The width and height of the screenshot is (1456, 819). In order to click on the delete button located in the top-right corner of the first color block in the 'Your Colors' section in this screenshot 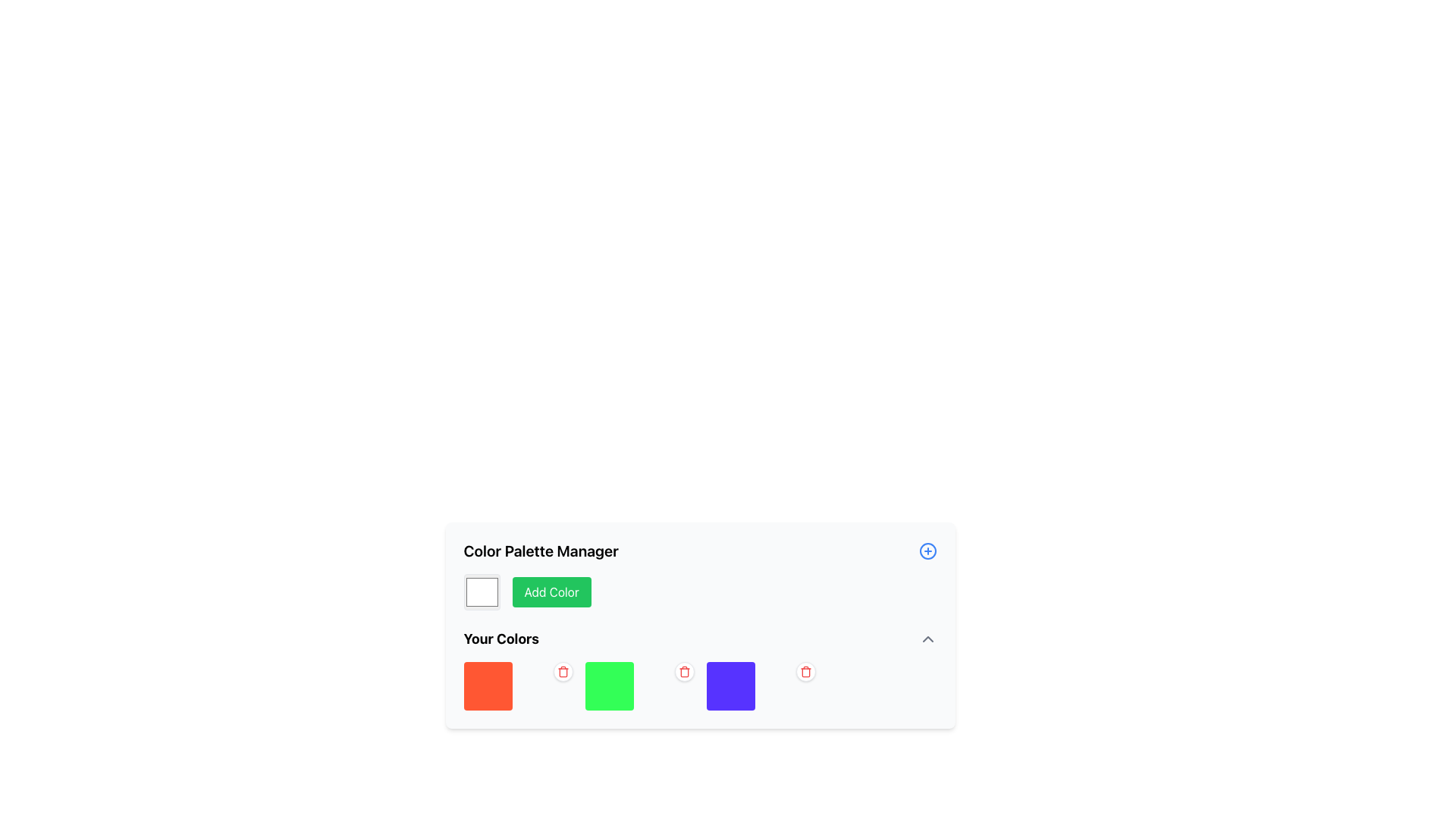, I will do `click(562, 671)`.